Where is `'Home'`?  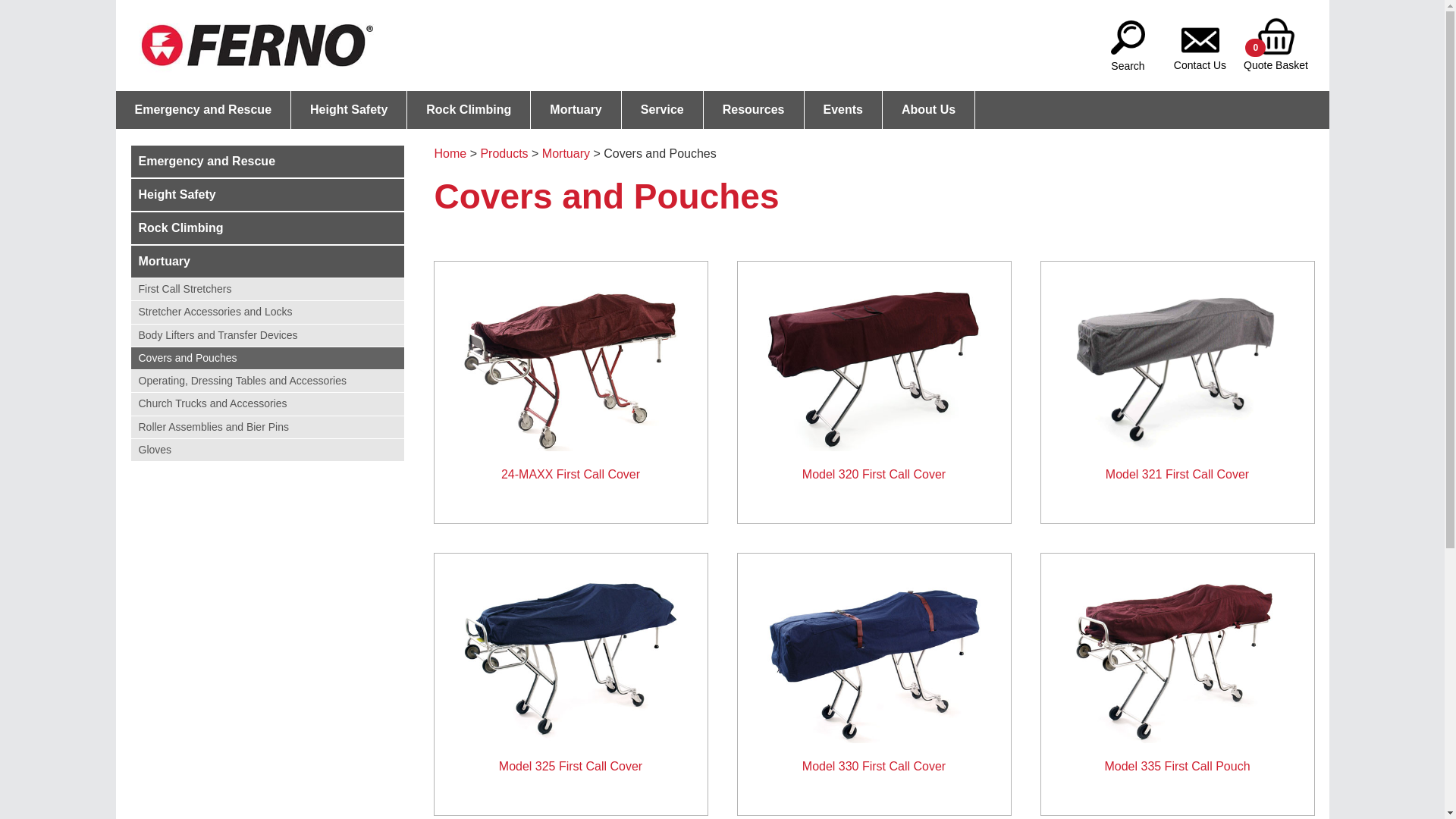 'Home' is located at coordinates (432, 153).